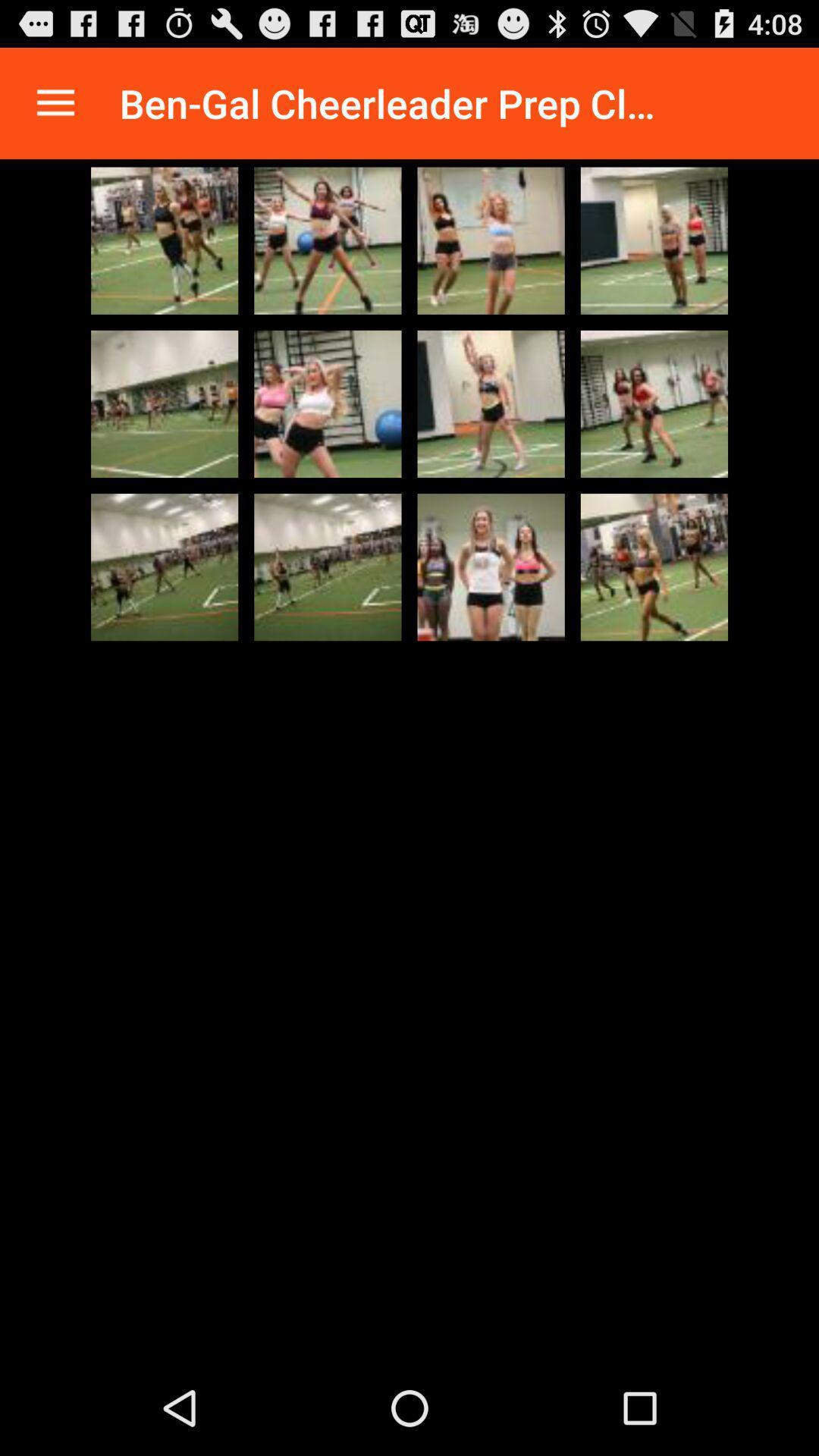  What do you see at coordinates (491, 566) in the screenshot?
I see `image to enlarge` at bounding box center [491, 566].